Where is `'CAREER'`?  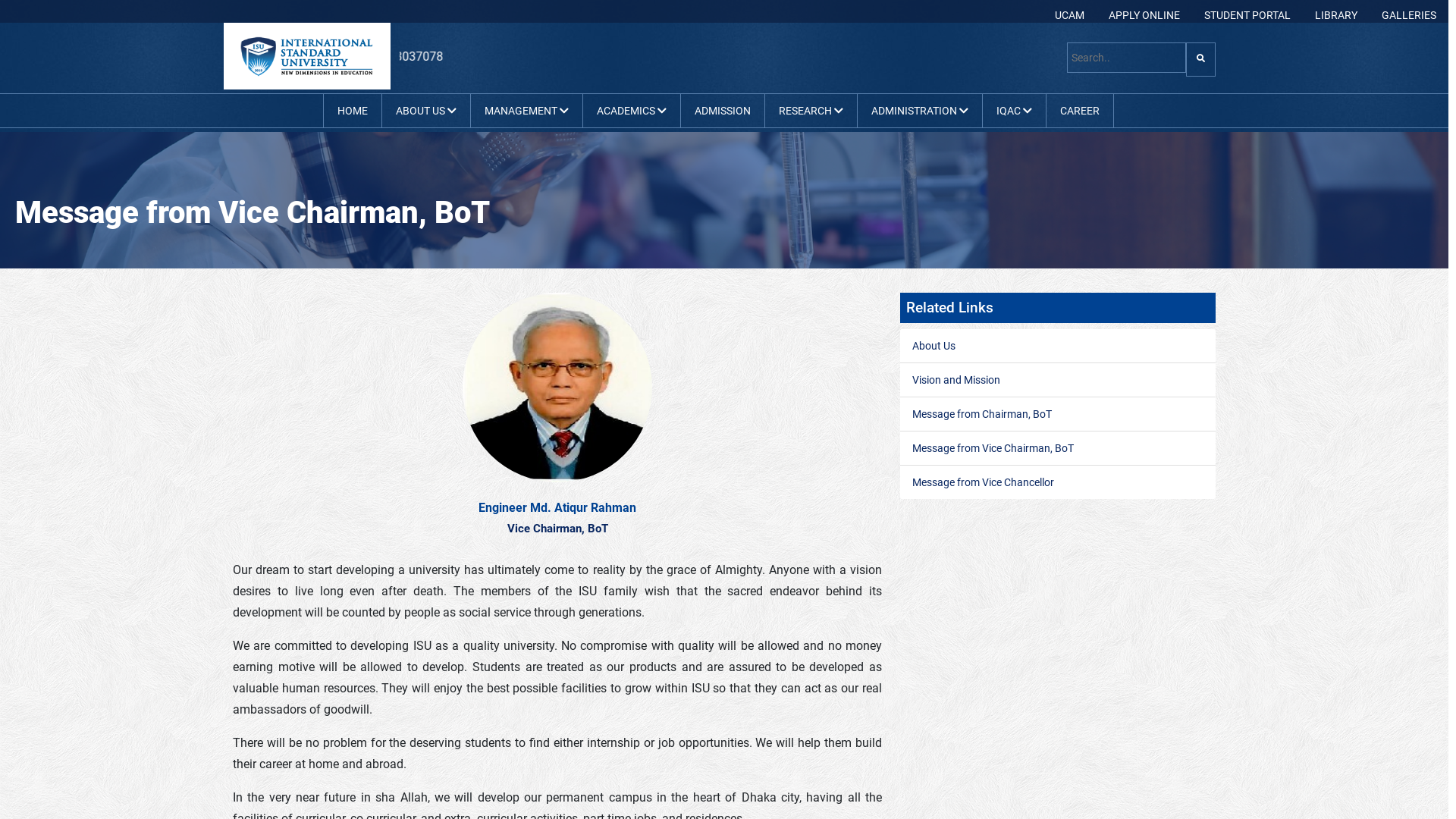
'CAREER' is located at coordinates (1079, 110).